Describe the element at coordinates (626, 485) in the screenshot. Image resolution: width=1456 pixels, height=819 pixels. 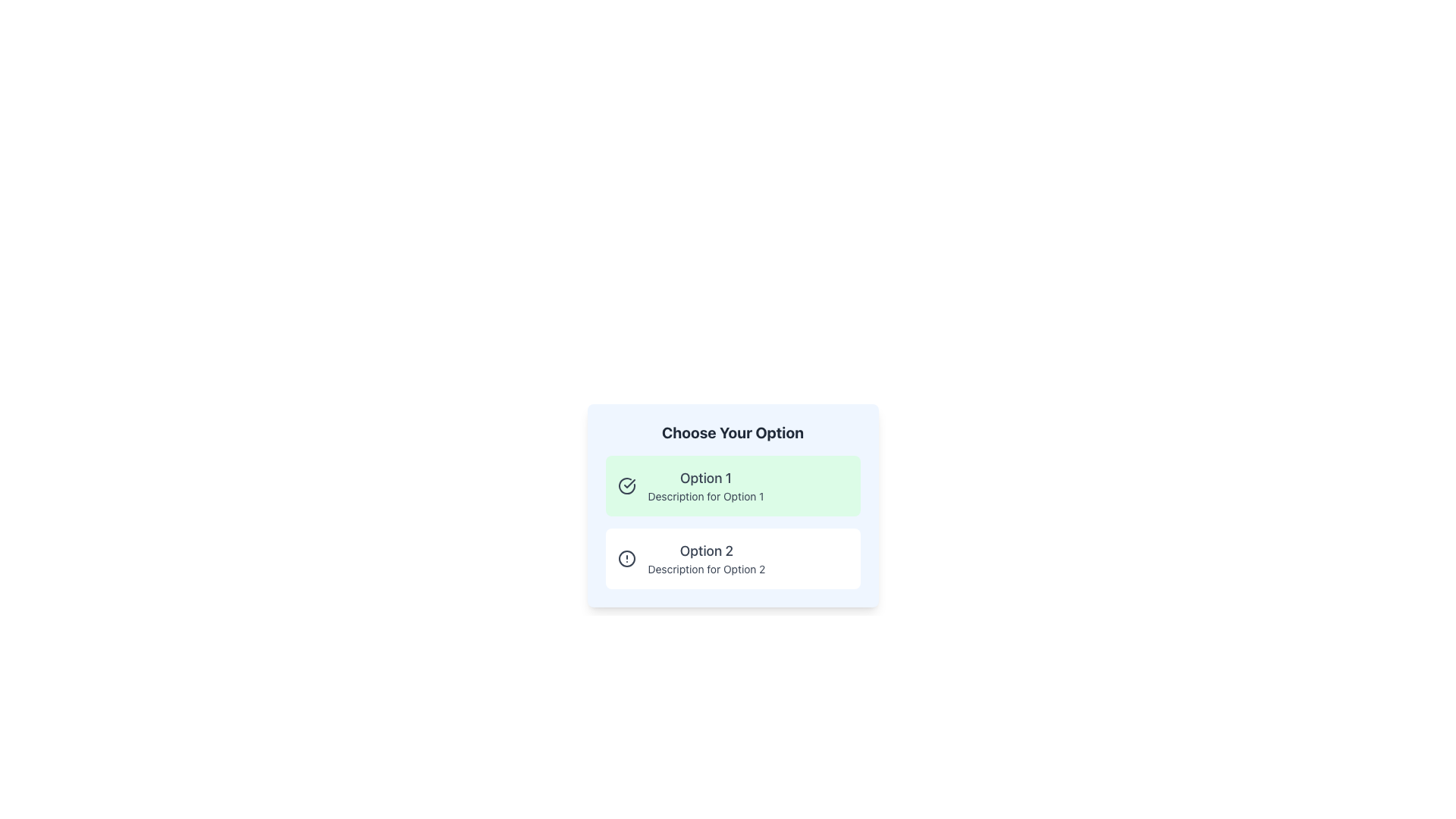
I see `the circular icon with a checkmark inside, which is styled in gray and located to the left of the text 'Option 1'` at that location.